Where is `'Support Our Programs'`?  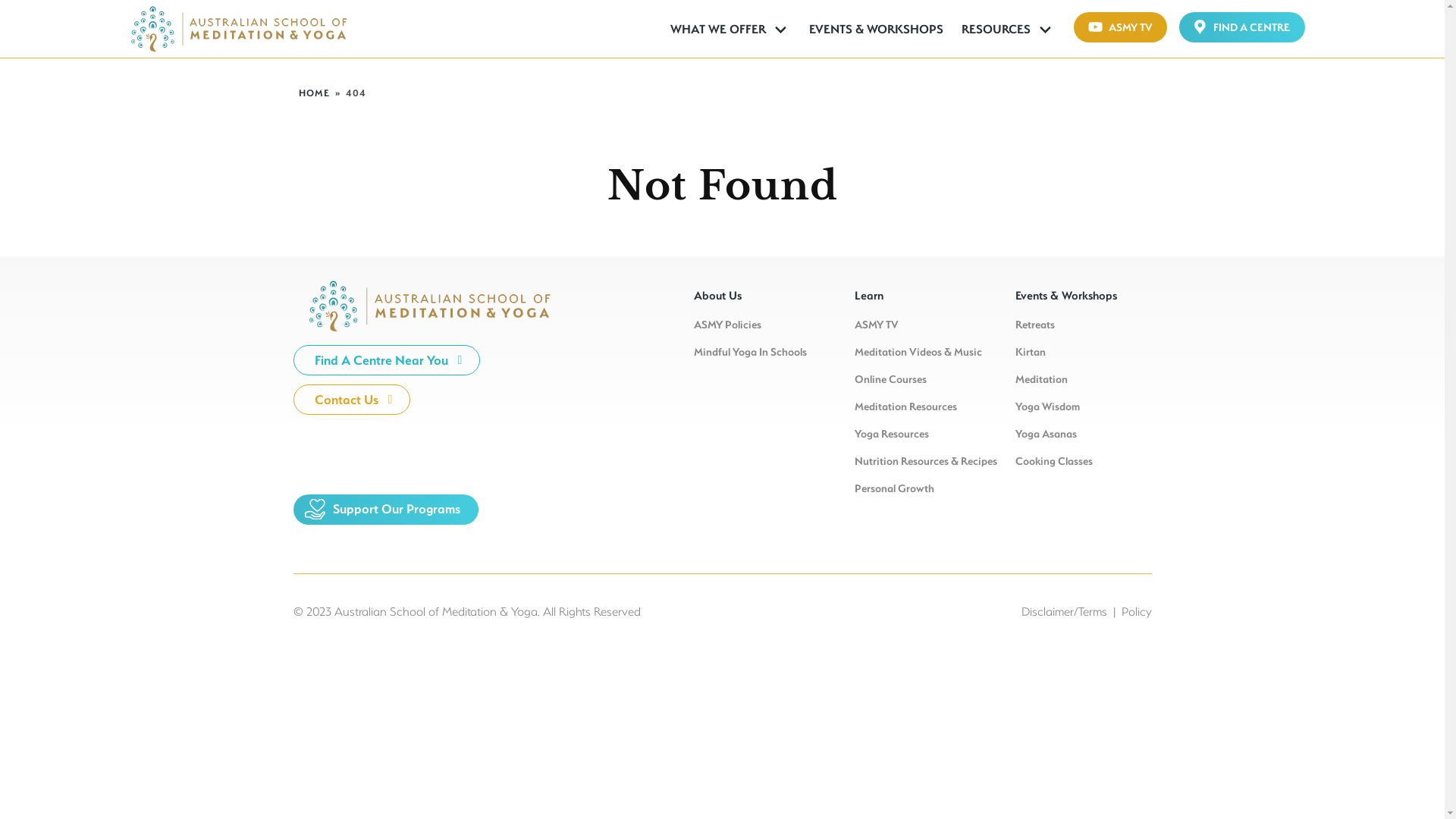
'Support Our Programs' is located at coordinates (385, 509).